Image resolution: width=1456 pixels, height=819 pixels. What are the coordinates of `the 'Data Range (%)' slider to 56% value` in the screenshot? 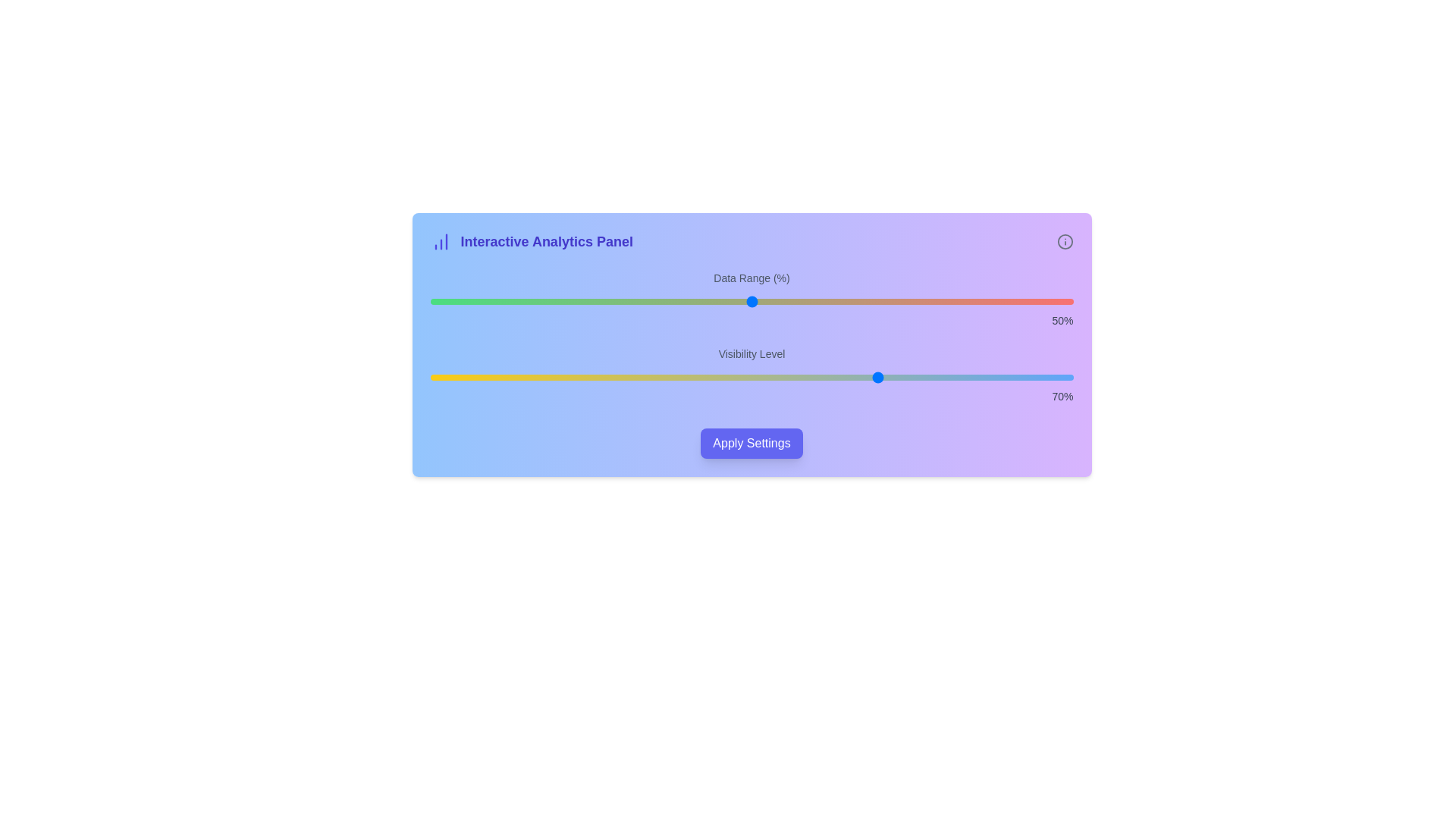 It's located at (789, 301).